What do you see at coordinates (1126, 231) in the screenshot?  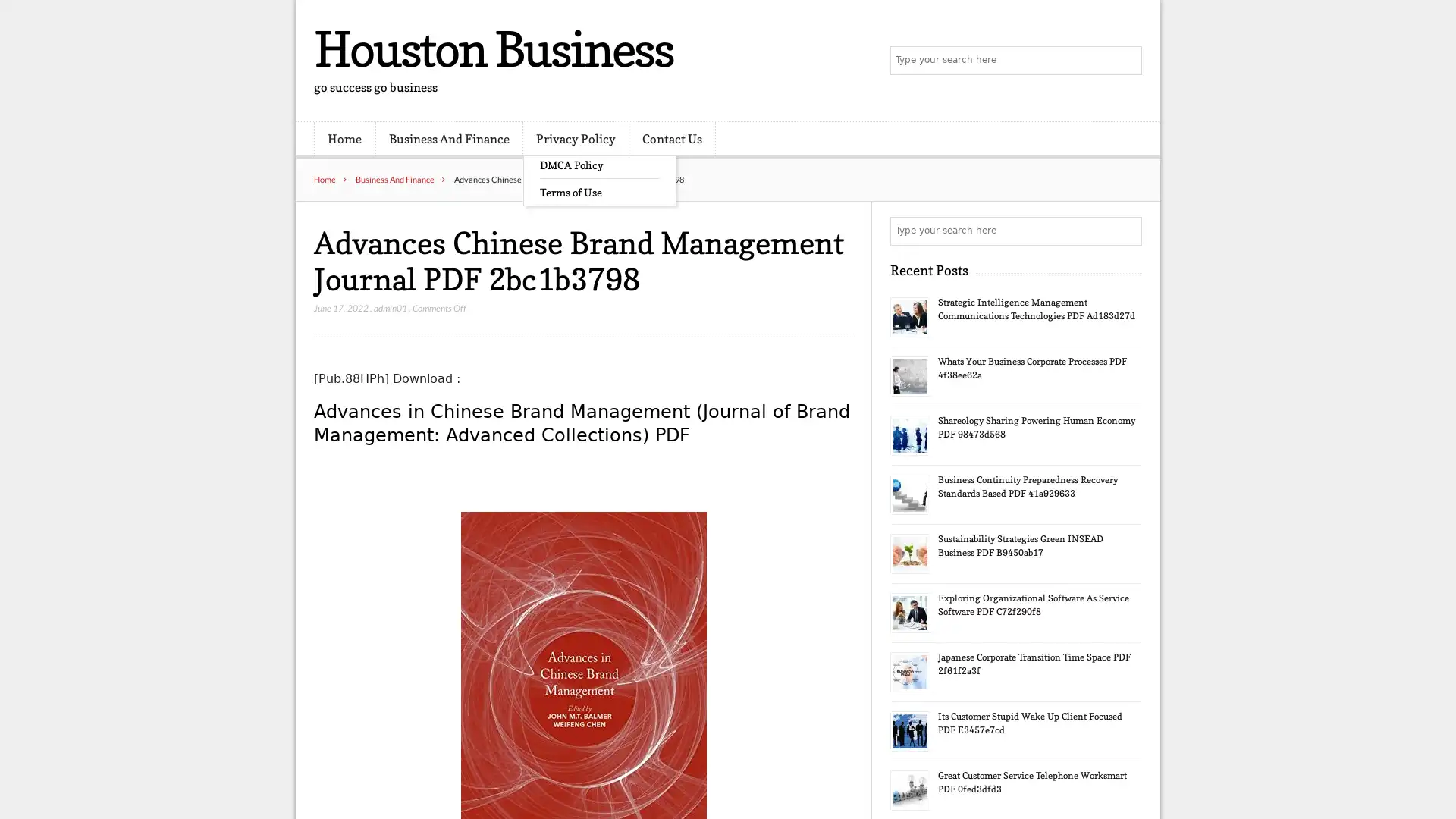 I see `Search` at bounding box center [1126, 231].